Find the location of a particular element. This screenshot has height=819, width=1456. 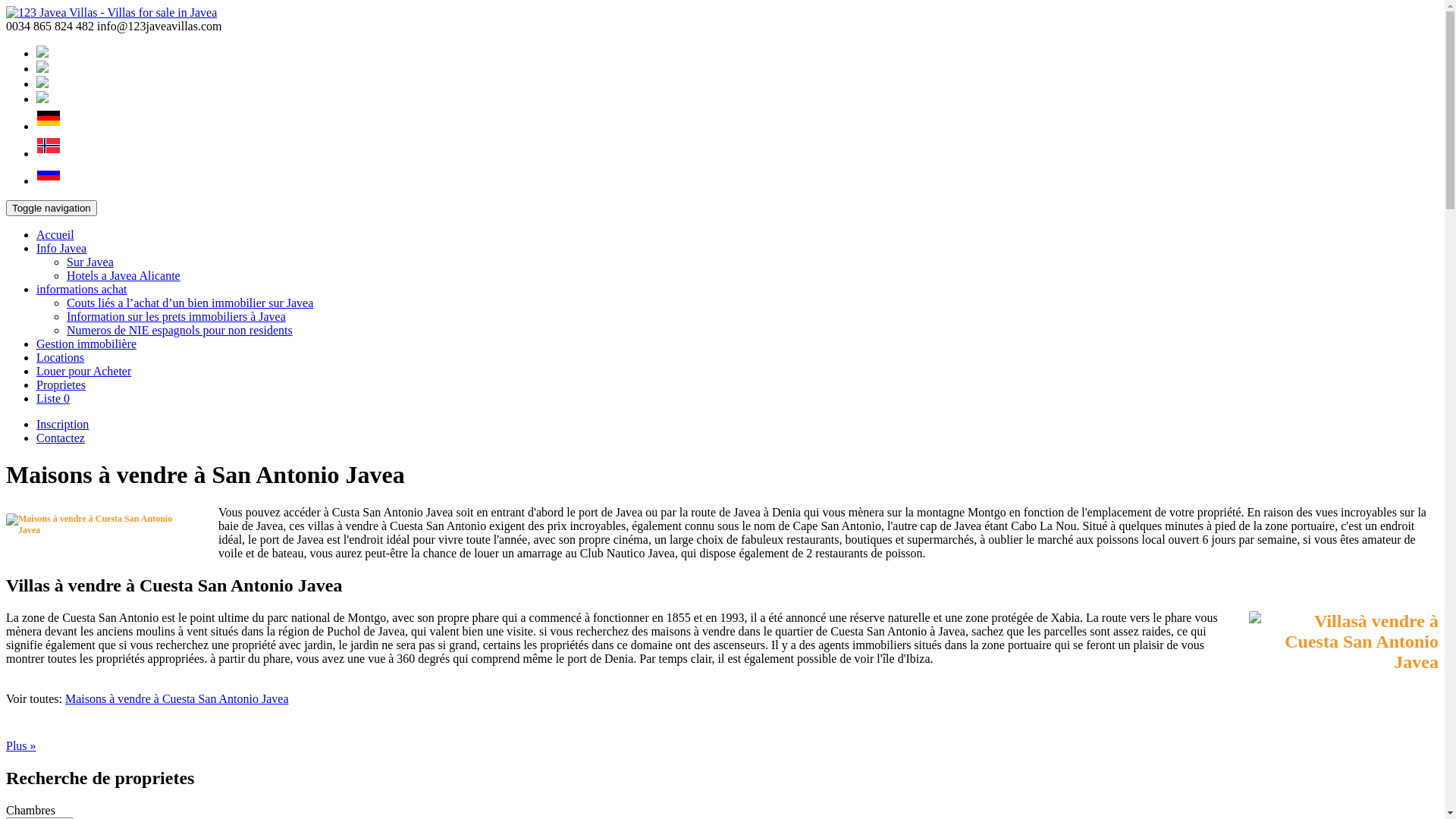

'informations achat' is located at coordinates (80, 289).